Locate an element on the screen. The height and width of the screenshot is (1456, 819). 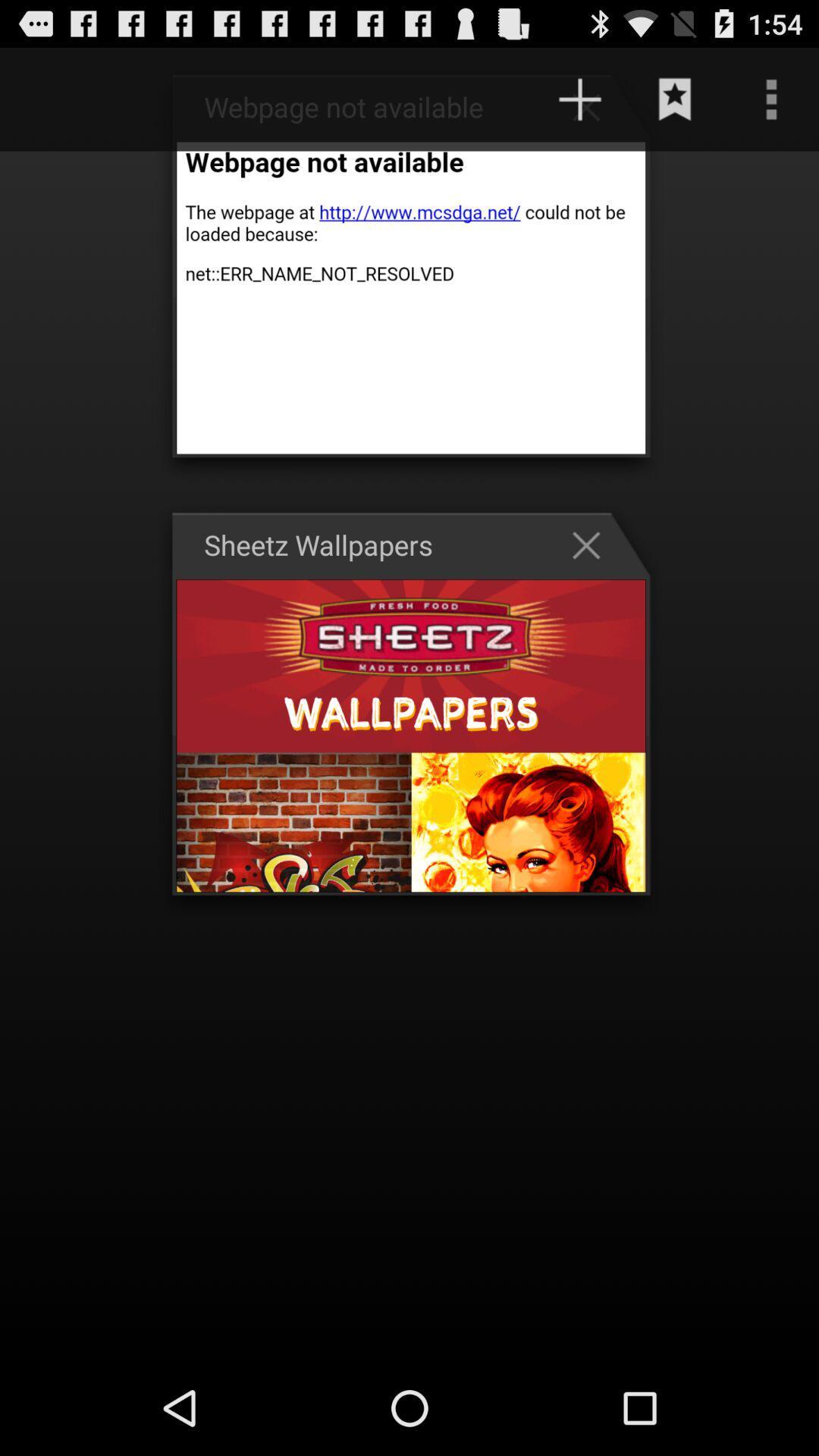
the add icon is located at coordinates (579, 105).